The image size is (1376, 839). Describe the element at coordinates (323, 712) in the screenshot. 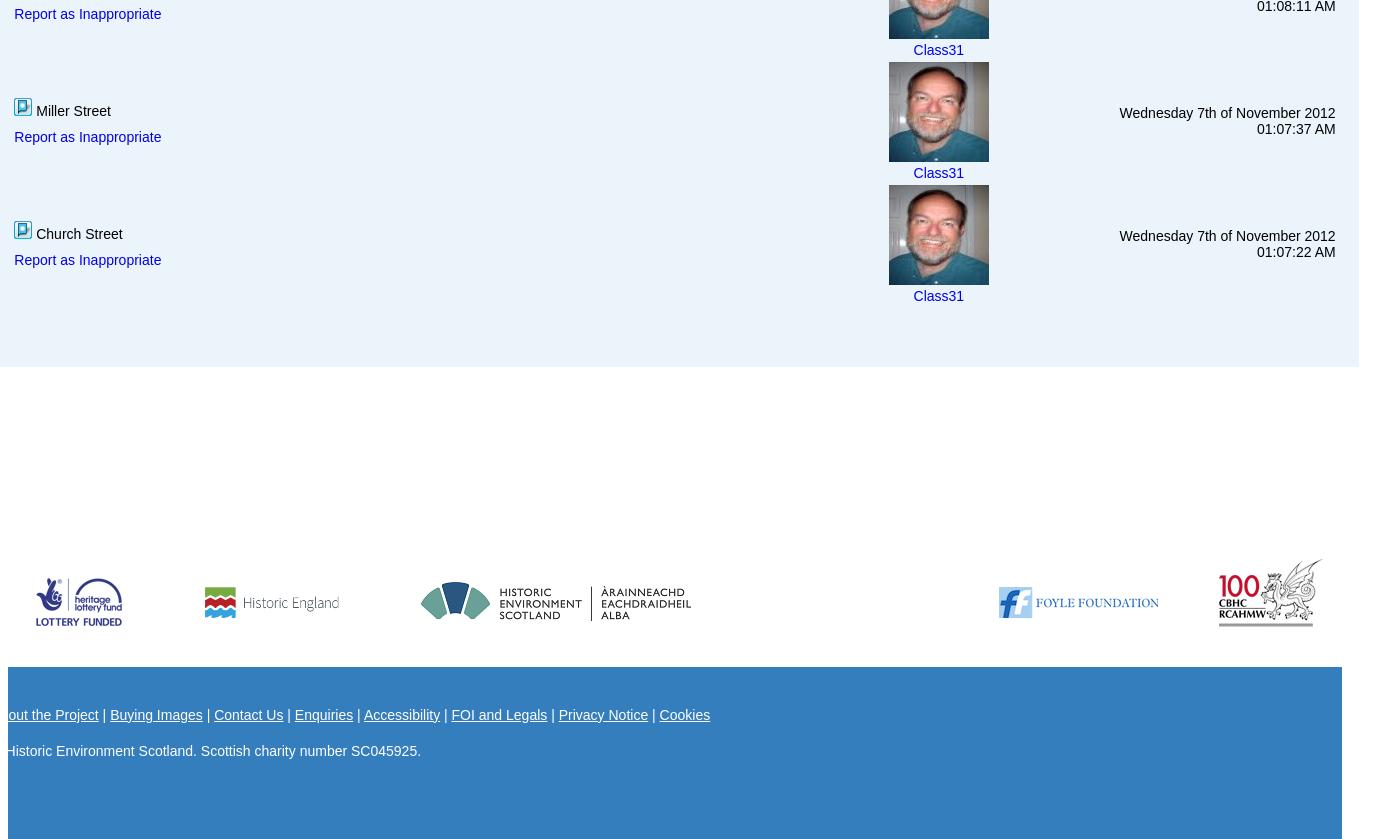

I see `'Enquiries'` at that location.